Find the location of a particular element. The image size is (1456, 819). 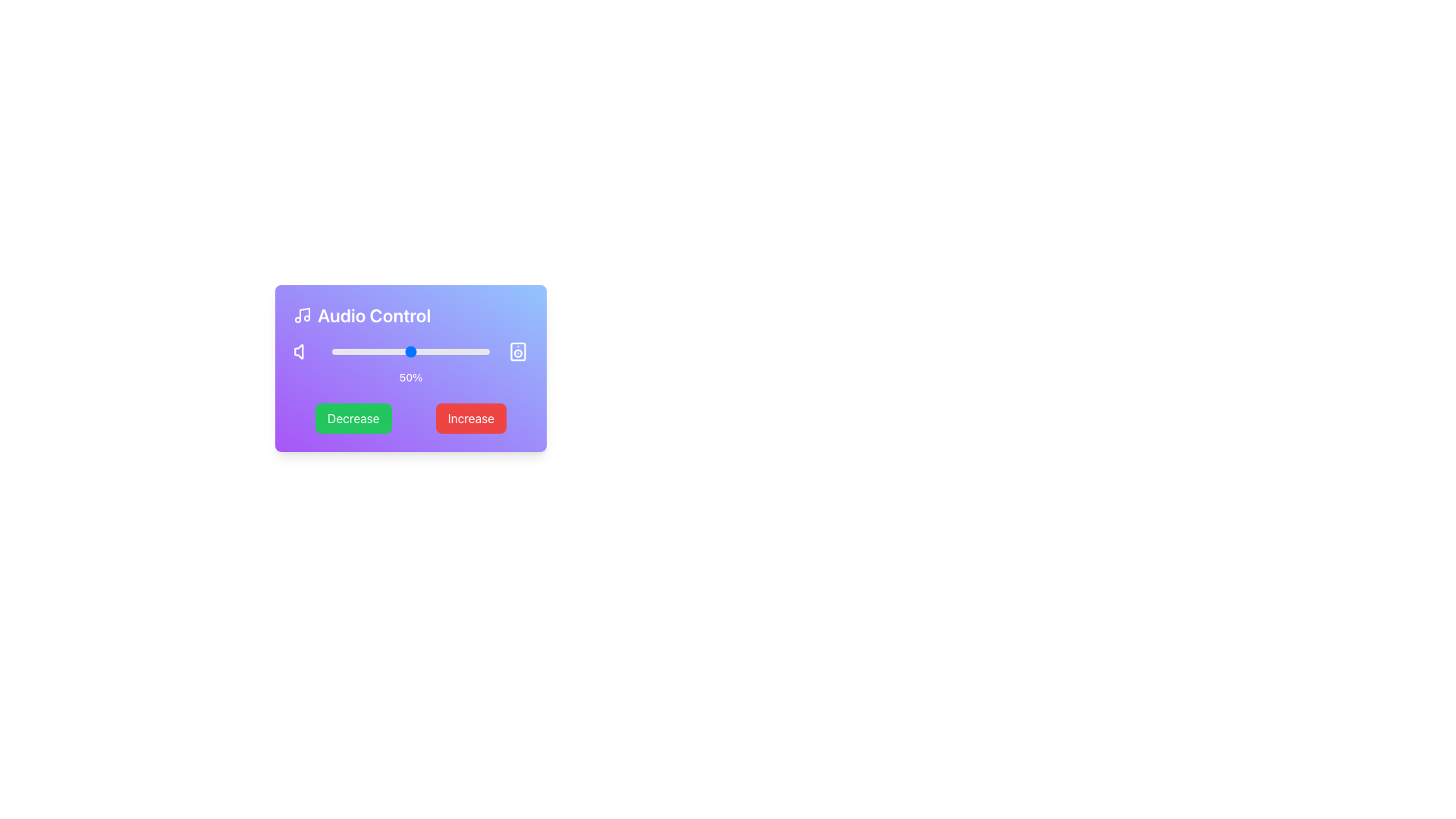

the green 'Decrease' button is located at coordinates (353, 418).